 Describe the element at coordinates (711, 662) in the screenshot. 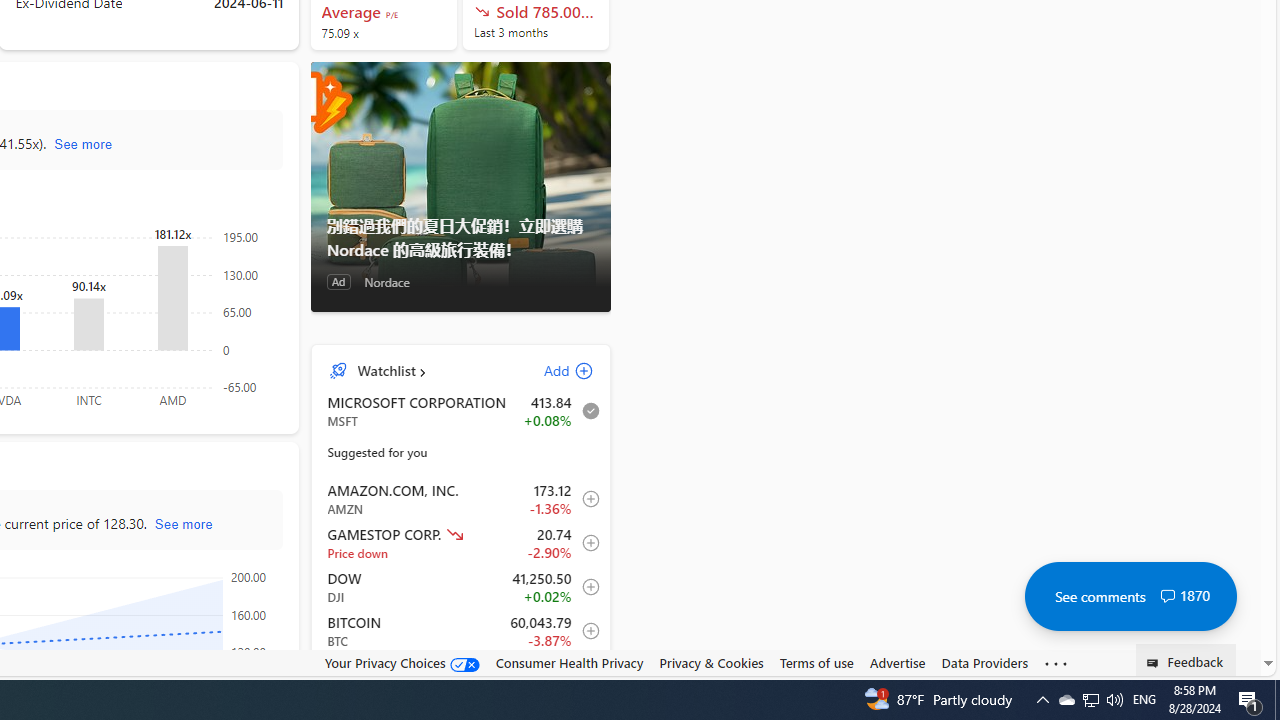

I see `'Privacy & Cookies'` at that location.